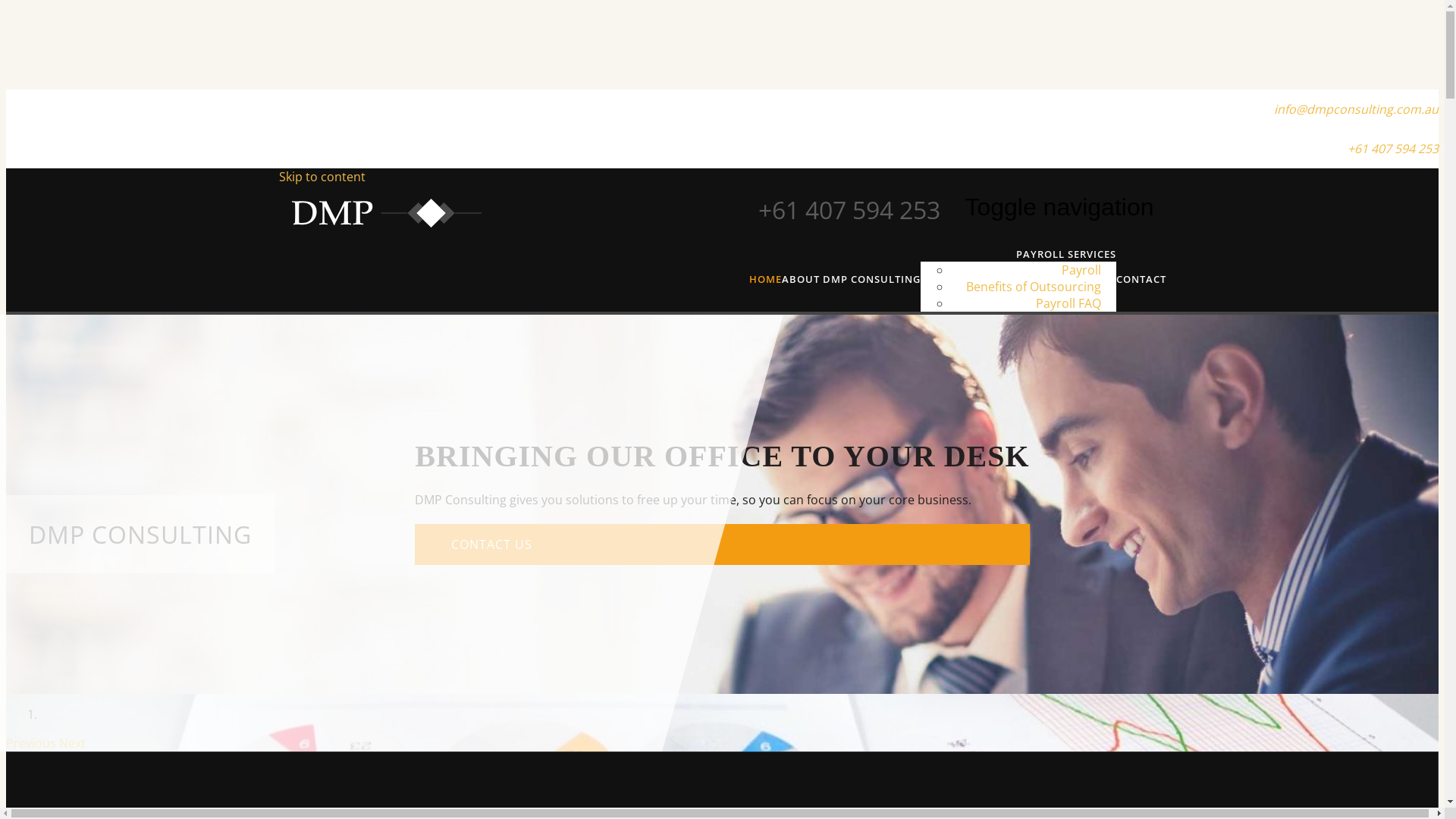 The width and height of the screenshot is (1456, 819). I want to click on 'CONTACT', so click(1141, 278).